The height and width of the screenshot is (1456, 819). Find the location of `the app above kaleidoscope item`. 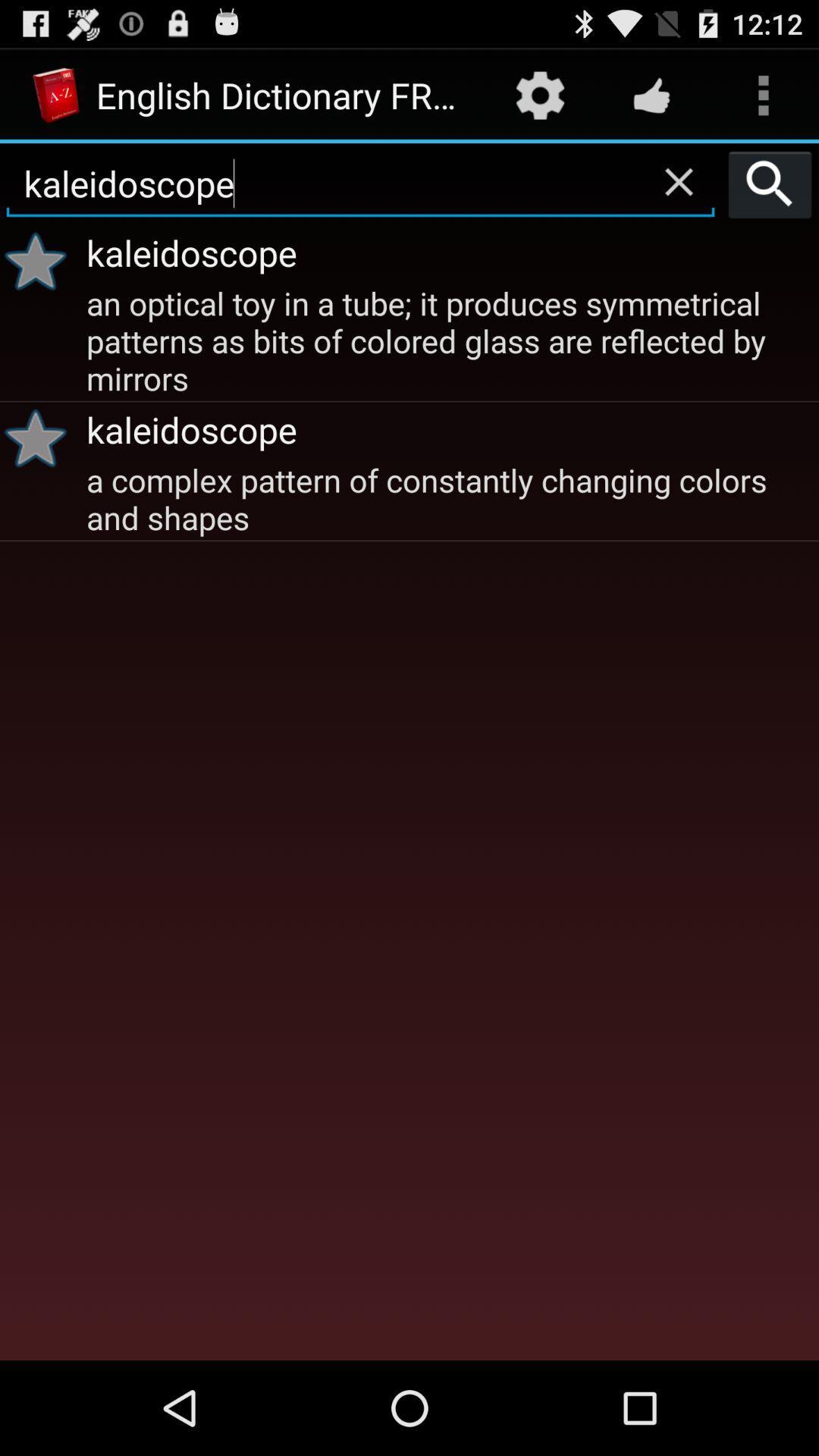

the app above kaleidoscope item is located at coordinates (678, 182).